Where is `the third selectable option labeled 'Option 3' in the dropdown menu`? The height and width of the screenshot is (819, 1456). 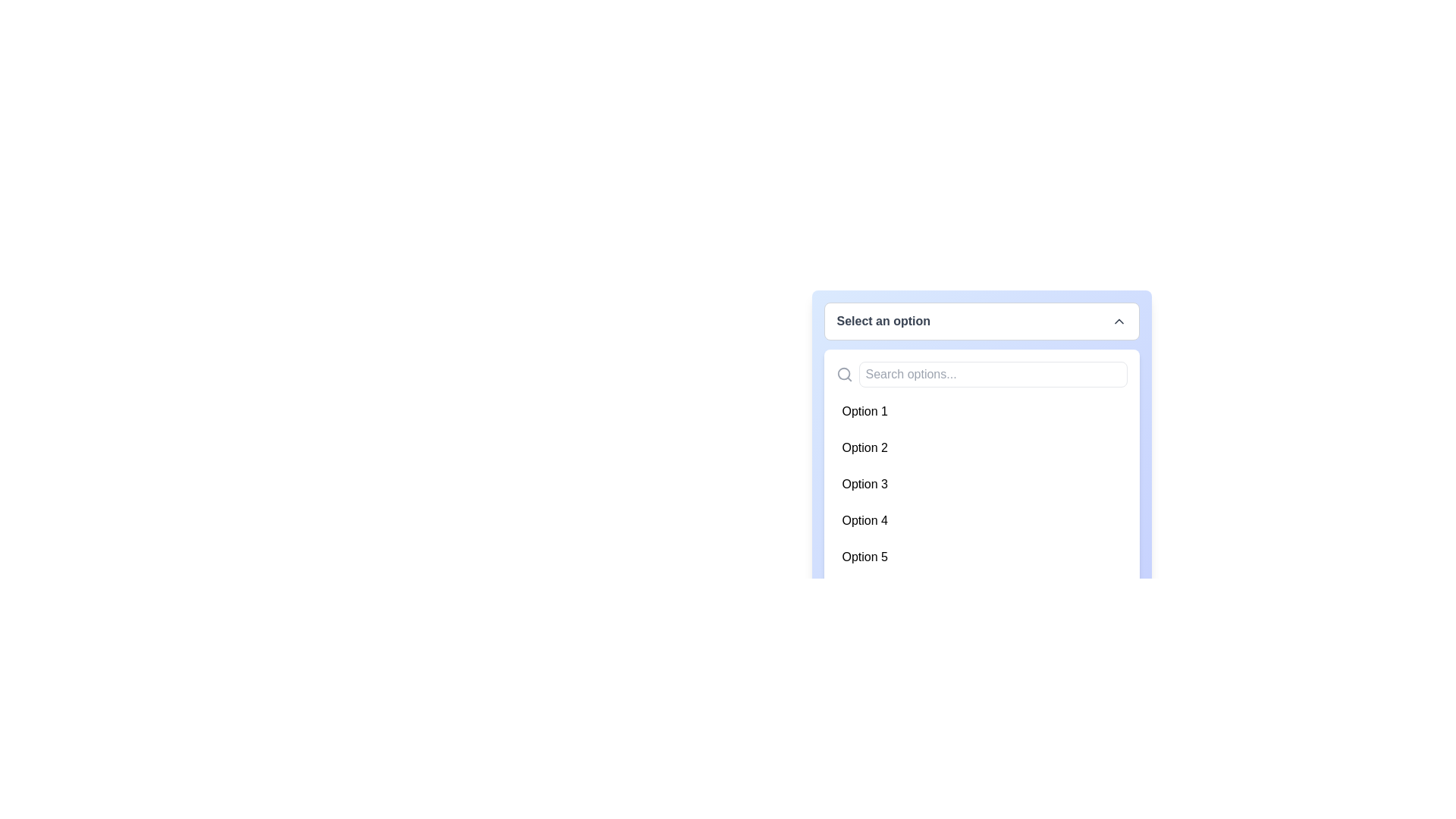 the third selectable option labeled 'Option 3' in the dropdown menu is located at coordinates (981, 485).